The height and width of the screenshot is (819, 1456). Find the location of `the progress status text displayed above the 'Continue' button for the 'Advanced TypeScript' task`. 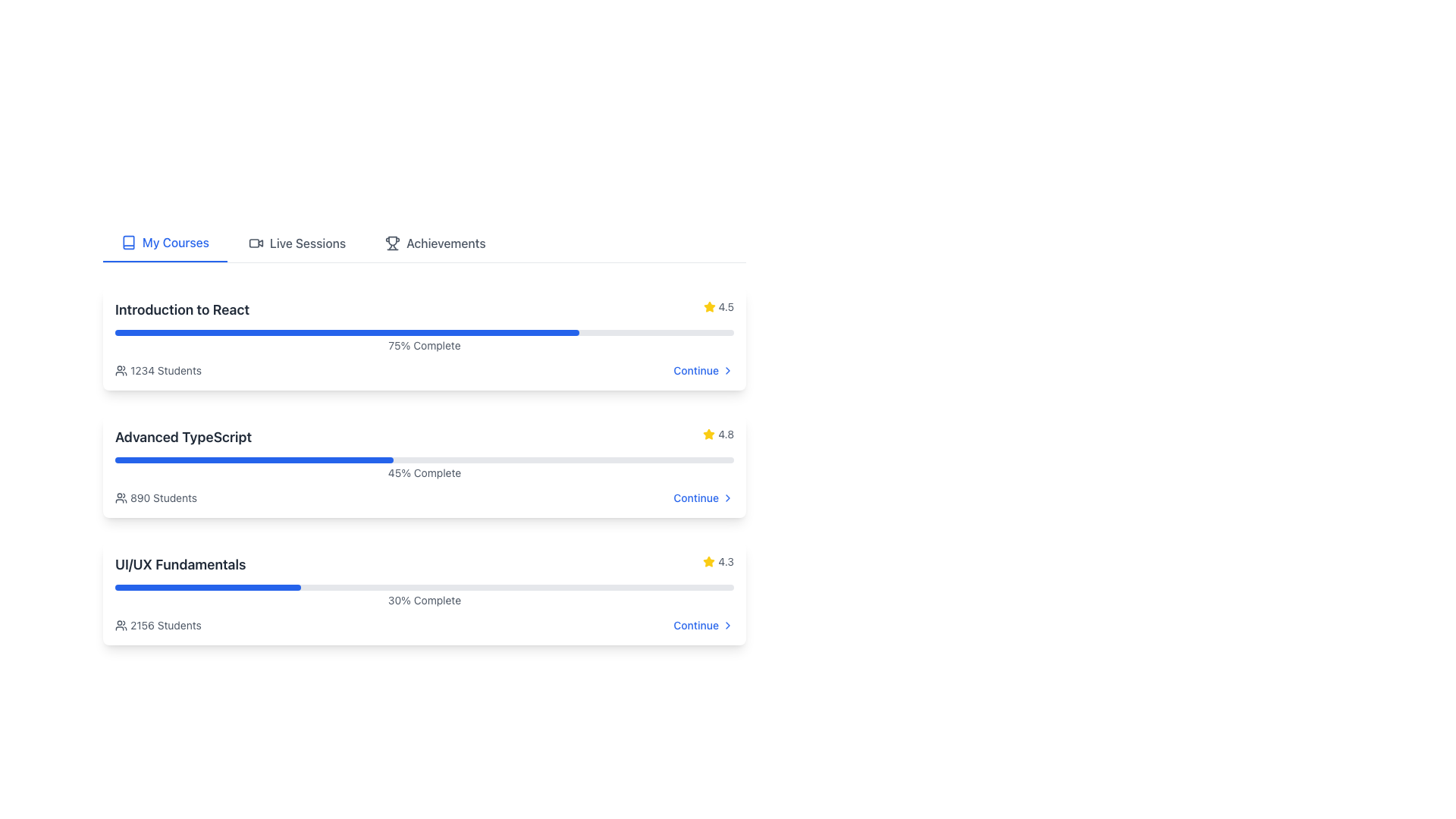

the progress status text displayed above the 'Continue' button for the 'Advanced TypeScript' task is located at coordinates (425, 472).